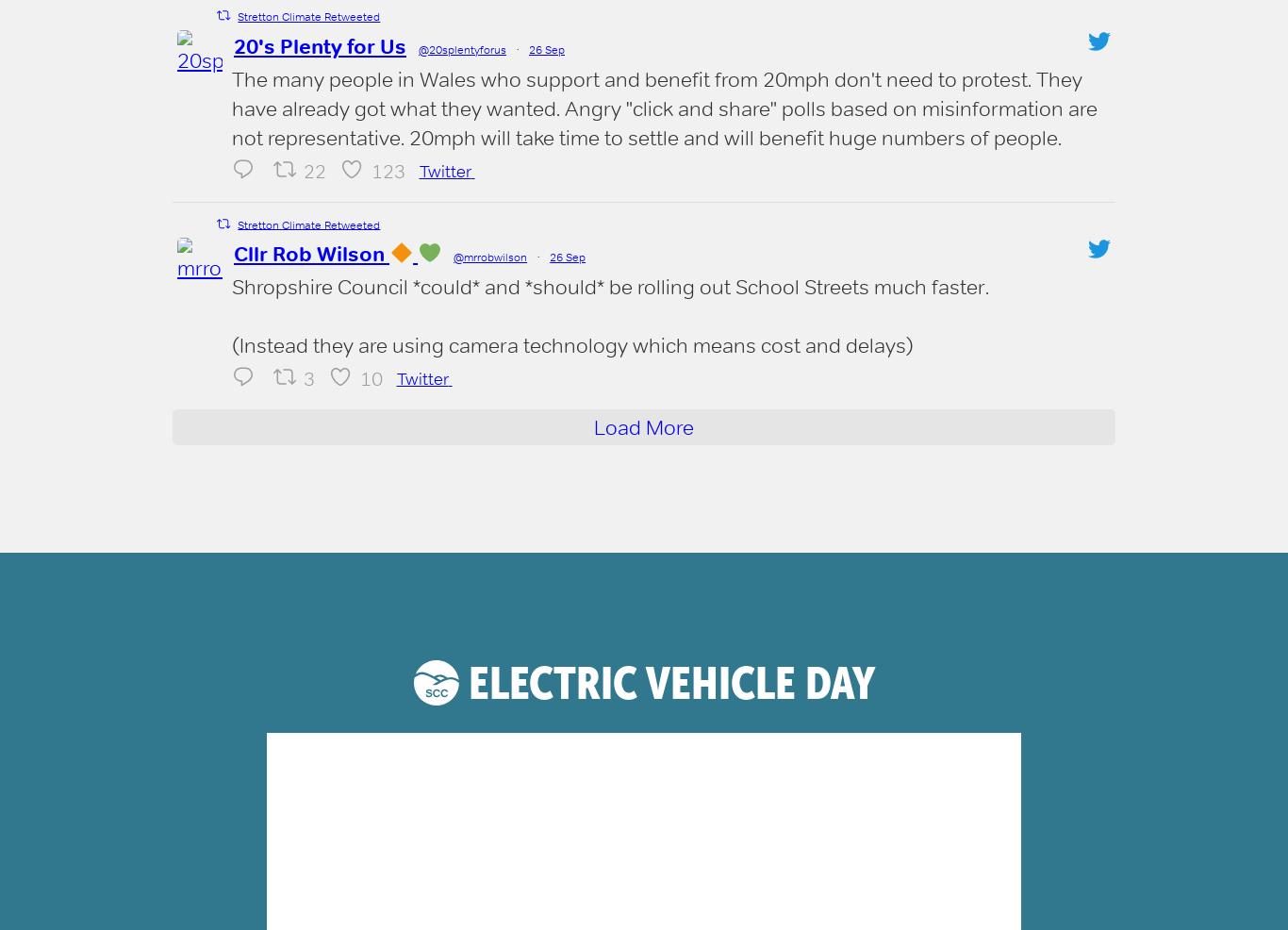 This screenshot has width=1288, height=930. I want to click on 'Electric Vehicle Day', so click(666, 682).